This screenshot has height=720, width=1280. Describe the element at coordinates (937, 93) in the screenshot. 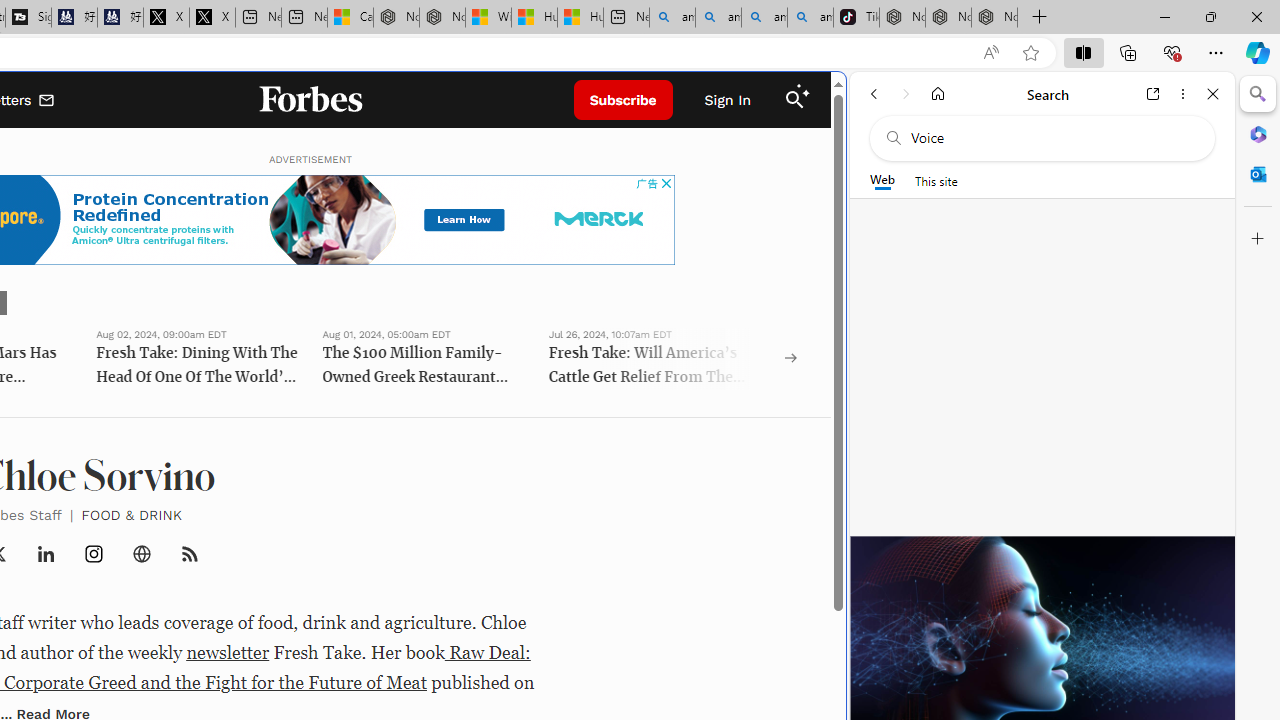

I see `'Home'` at that location.